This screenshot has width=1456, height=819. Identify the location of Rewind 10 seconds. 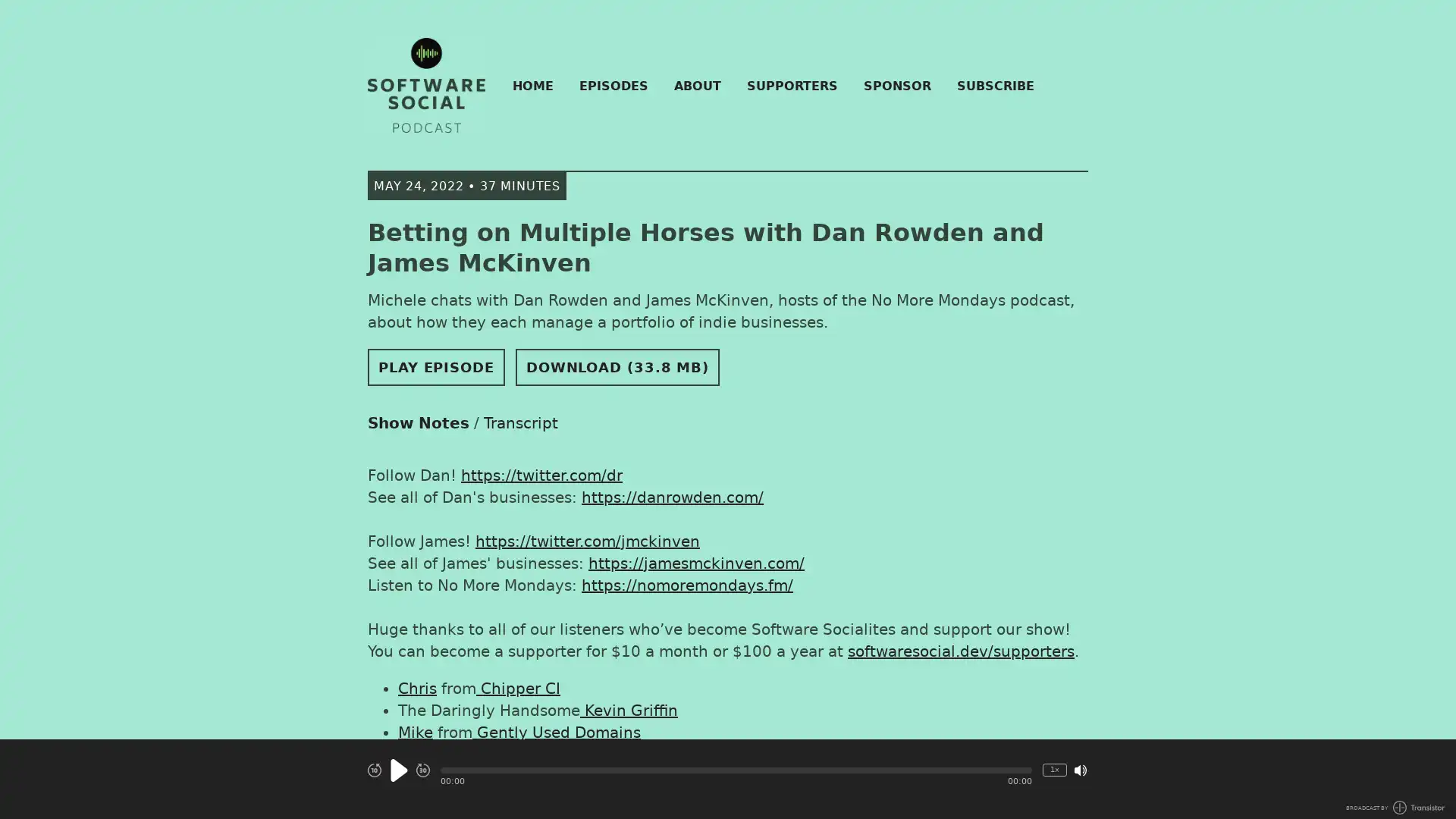
(375, 770).